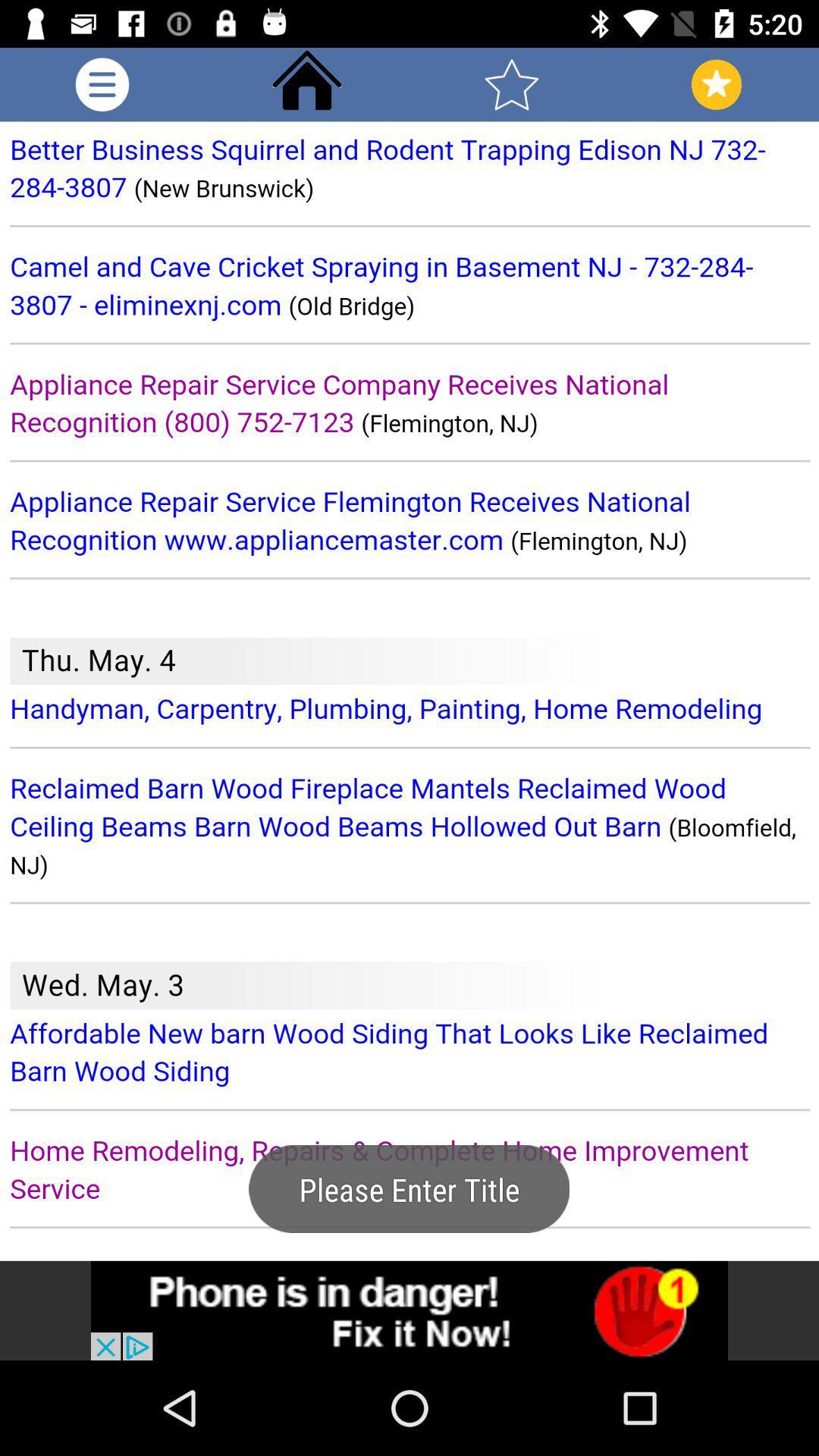 The width and height of the screenshot is (819, 1456). I want to click on click more option, so click(102, 83).